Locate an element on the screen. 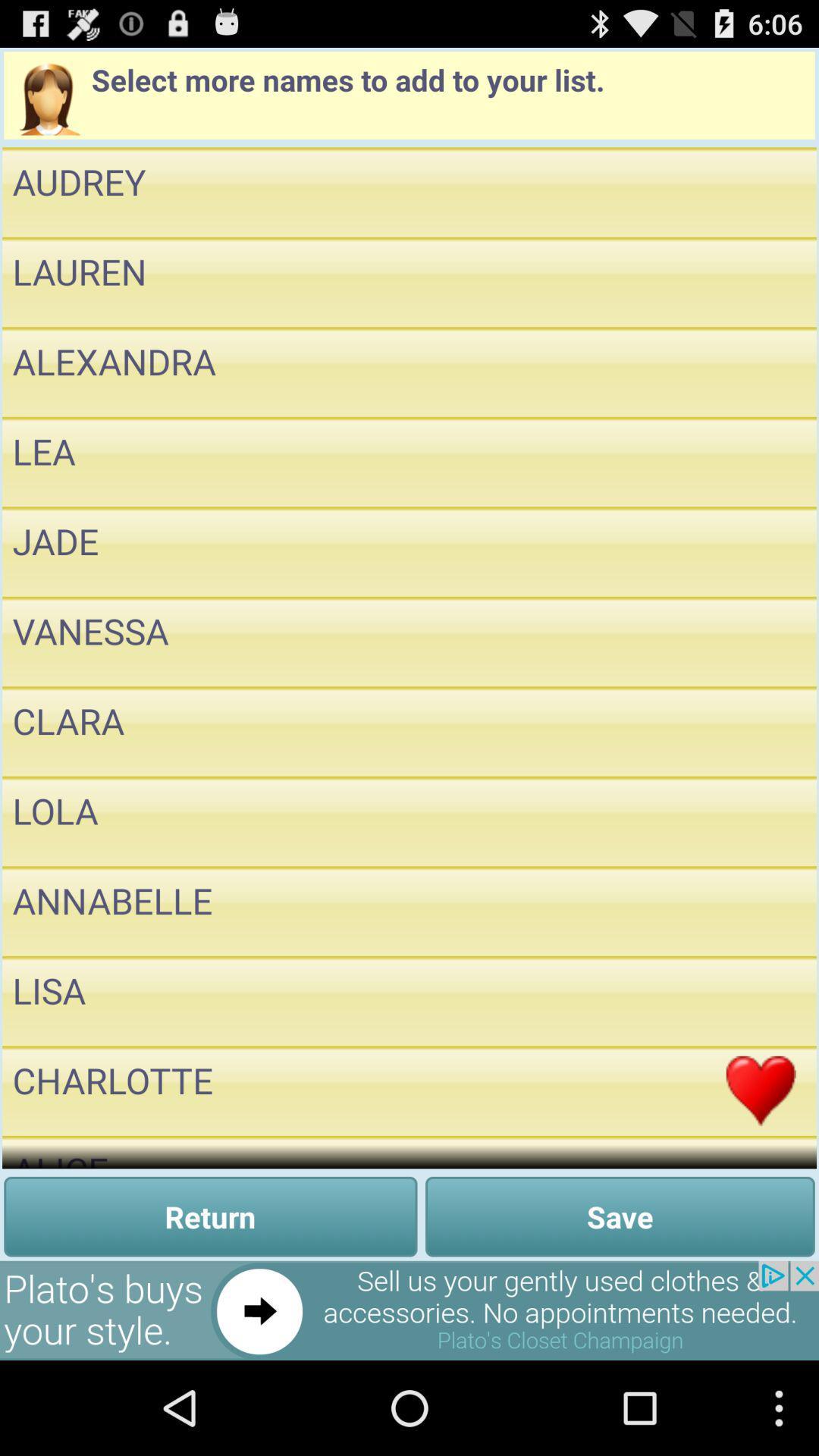 The width and height of the screenshot is (819, 1456). to favorites is located at coordinates (761, 1001).